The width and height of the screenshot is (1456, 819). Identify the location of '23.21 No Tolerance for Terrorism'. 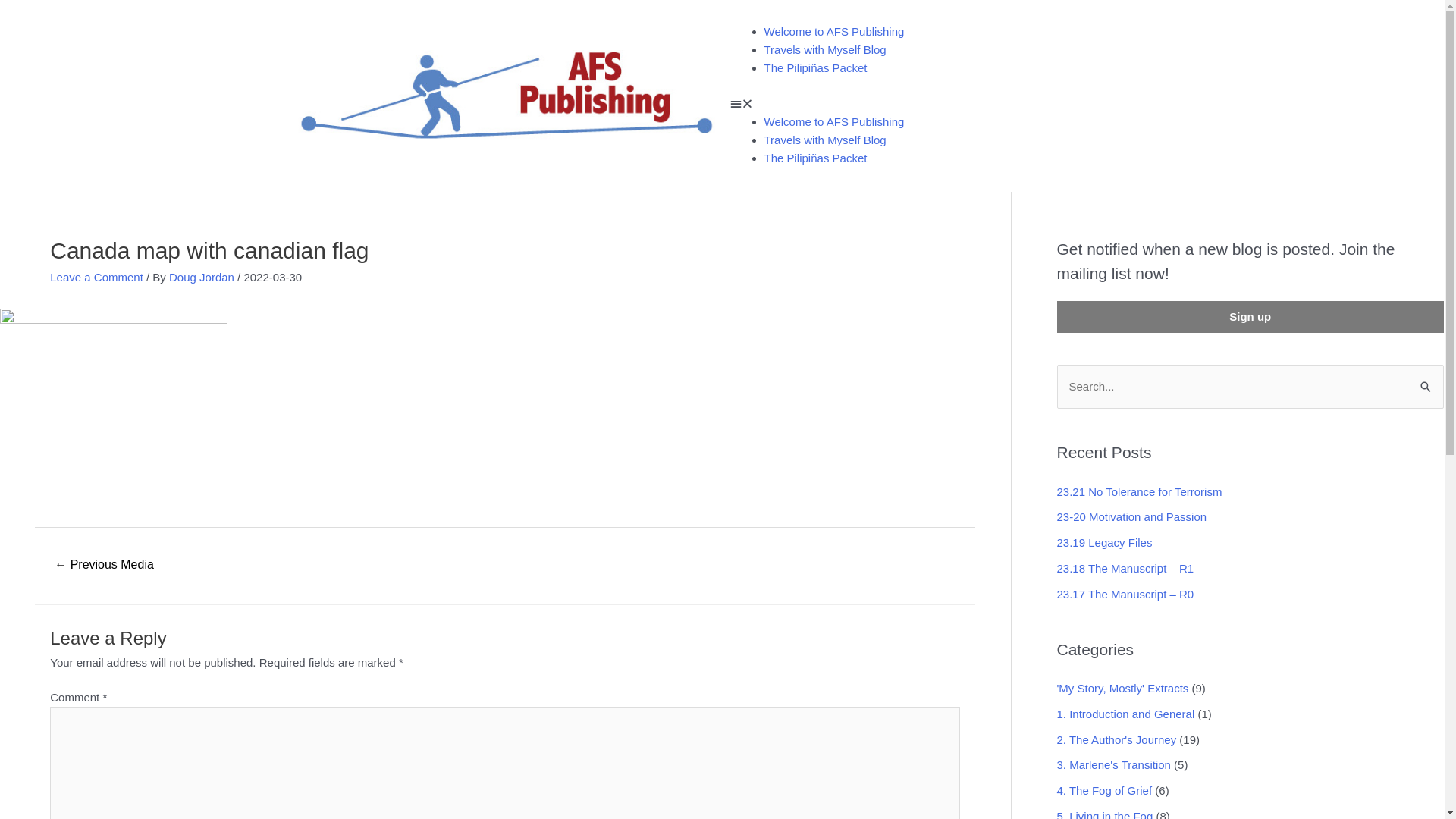
(1056, 491).